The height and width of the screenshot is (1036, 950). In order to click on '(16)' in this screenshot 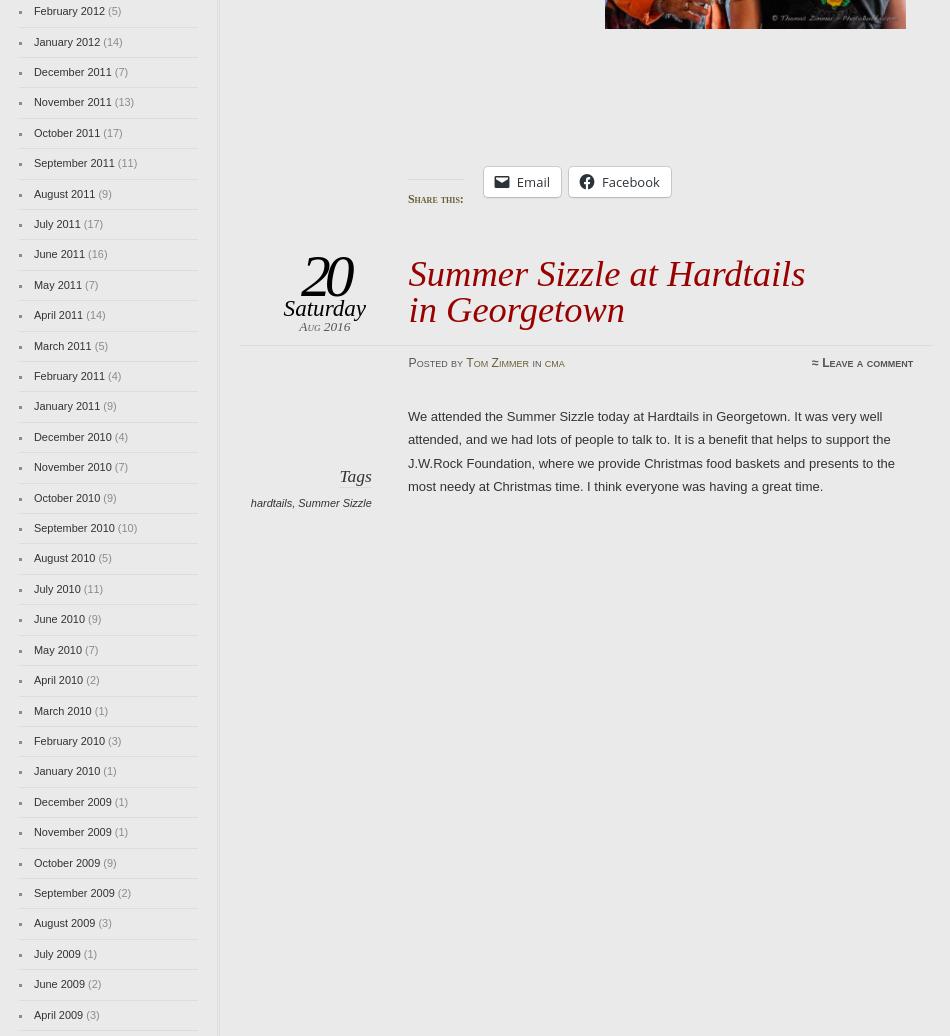, I will do `click(96, 254)`.